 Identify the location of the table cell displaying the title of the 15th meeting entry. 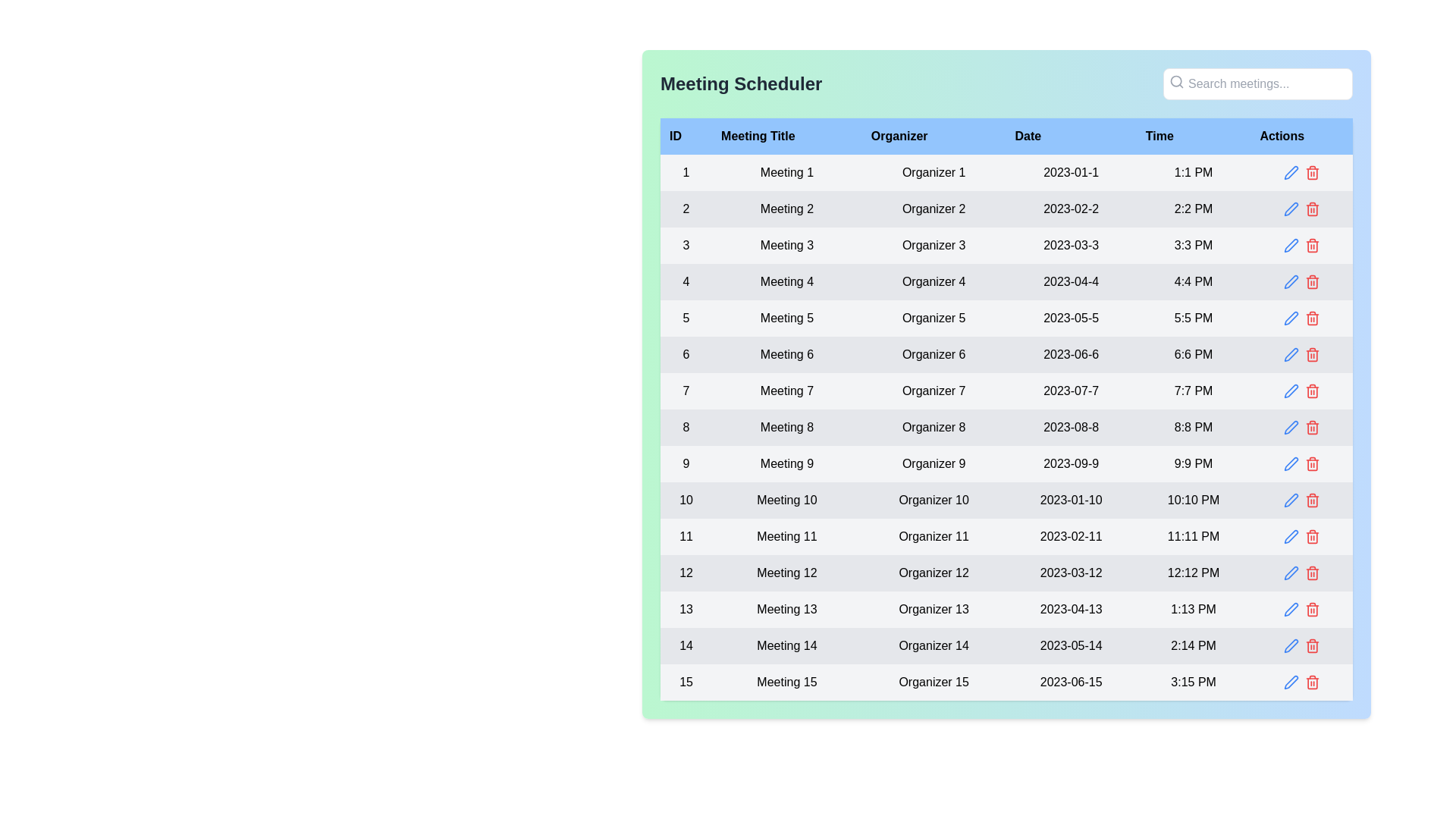
(786, 681).